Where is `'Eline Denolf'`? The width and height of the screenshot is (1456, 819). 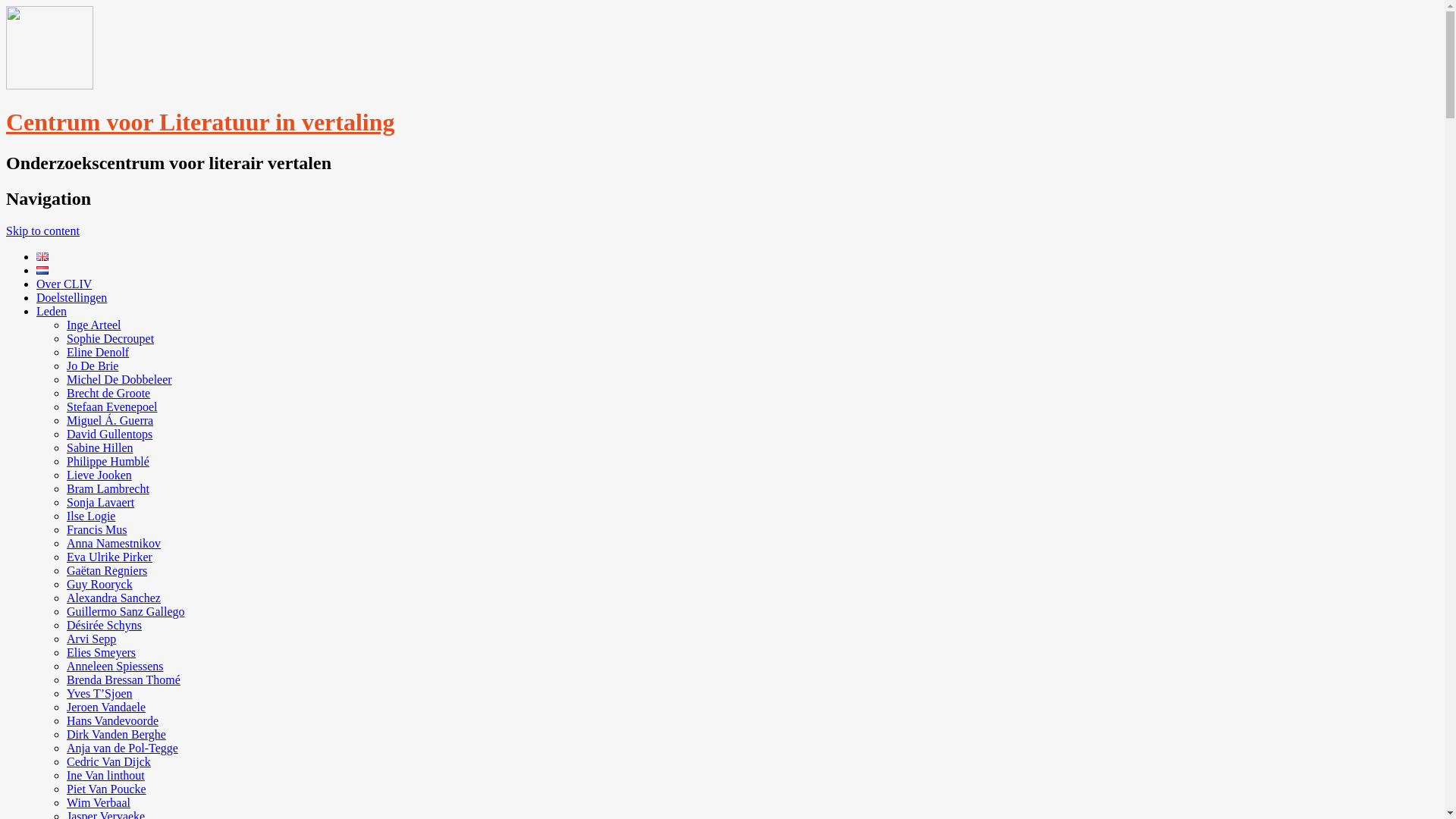 'Eline Denolf' is located at coordinates (97, 352).